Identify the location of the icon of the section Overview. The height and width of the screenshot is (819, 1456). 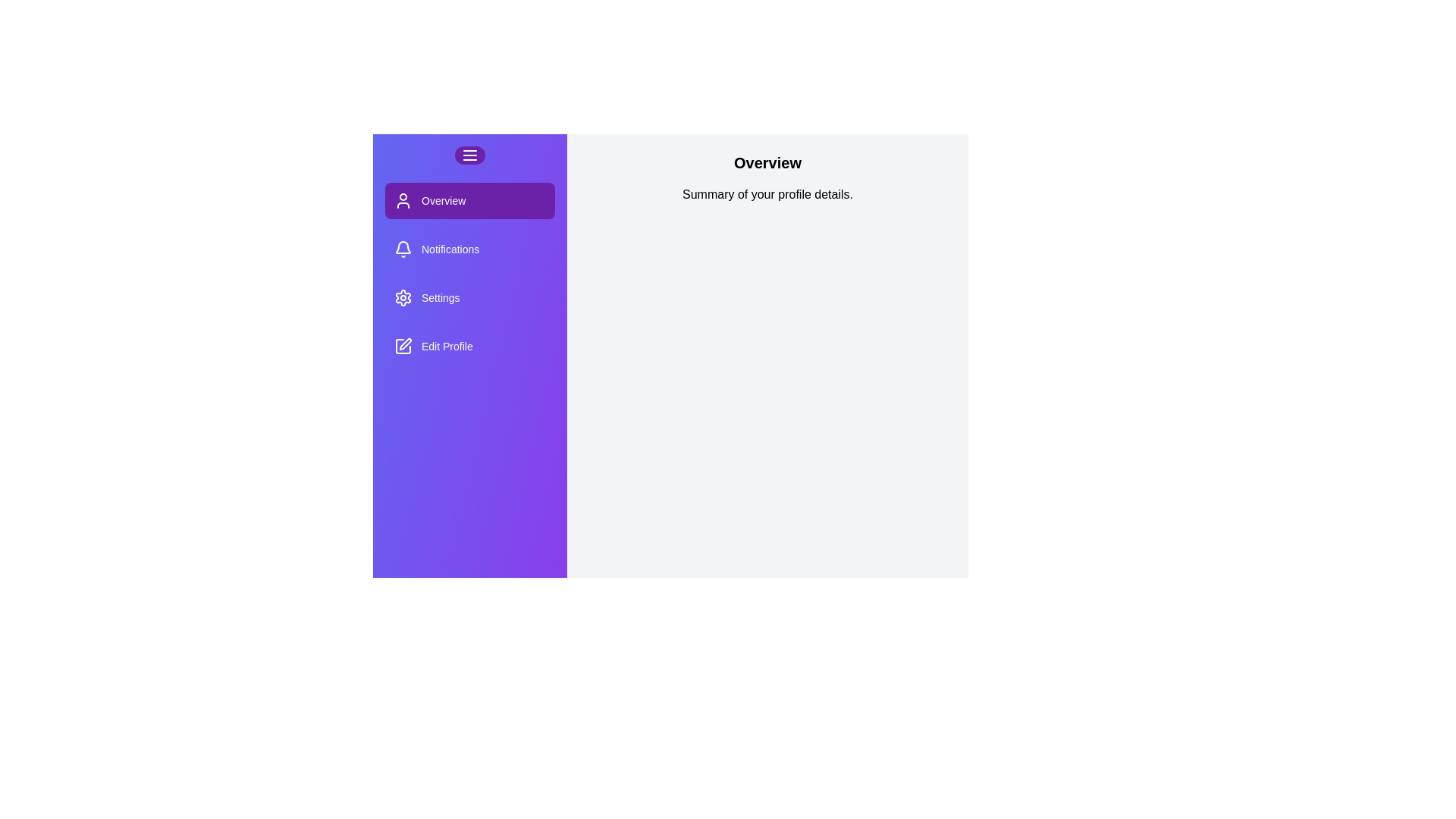
(403, 200).